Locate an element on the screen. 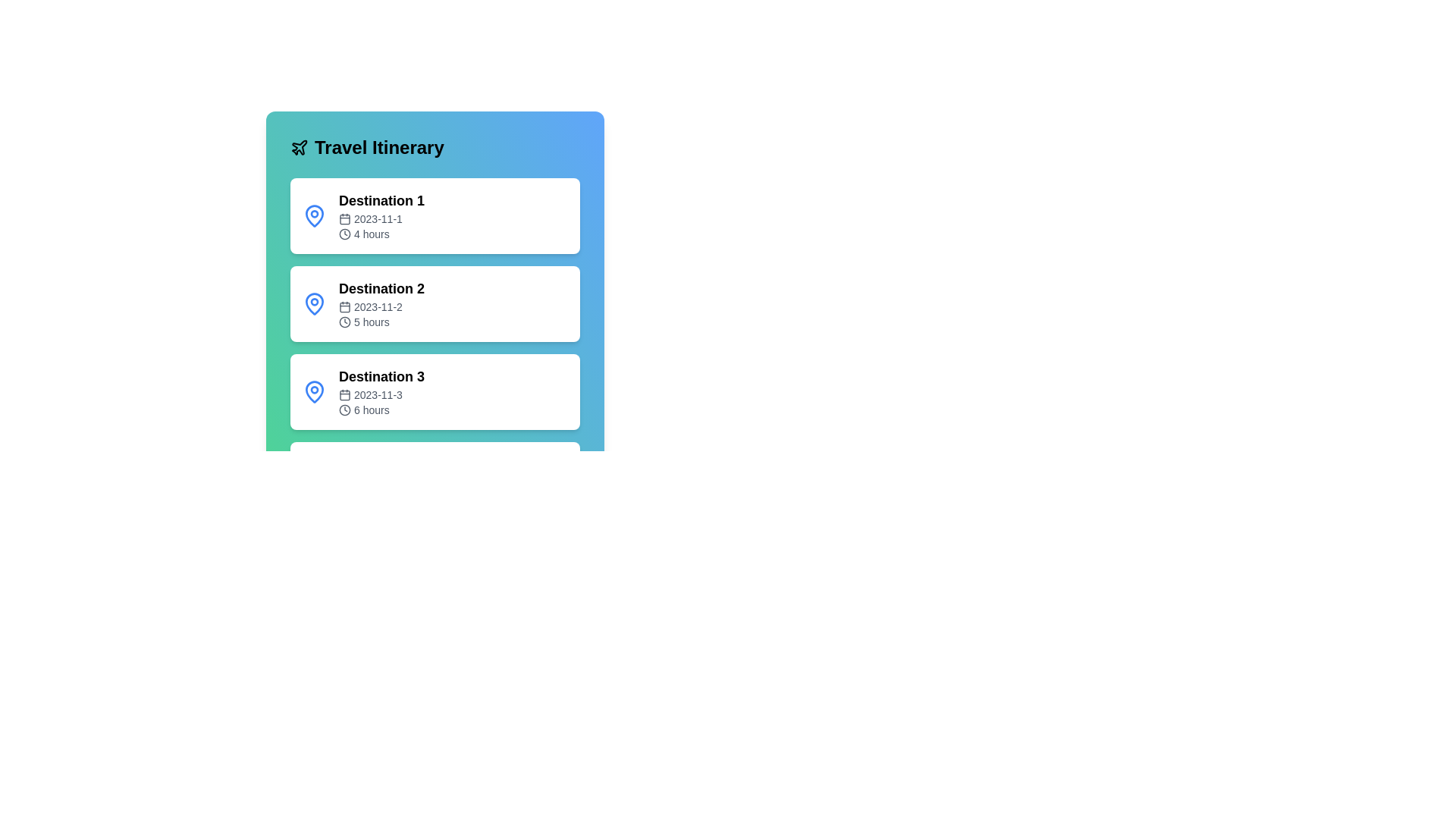 This screenshot has width=1456, height=819. properties of the Text and icon pair displaying '5 hours' with a clock icon, located in the 'Destination 2' section beneath the date '2023-11-2' is located at coordinates (381, 321).